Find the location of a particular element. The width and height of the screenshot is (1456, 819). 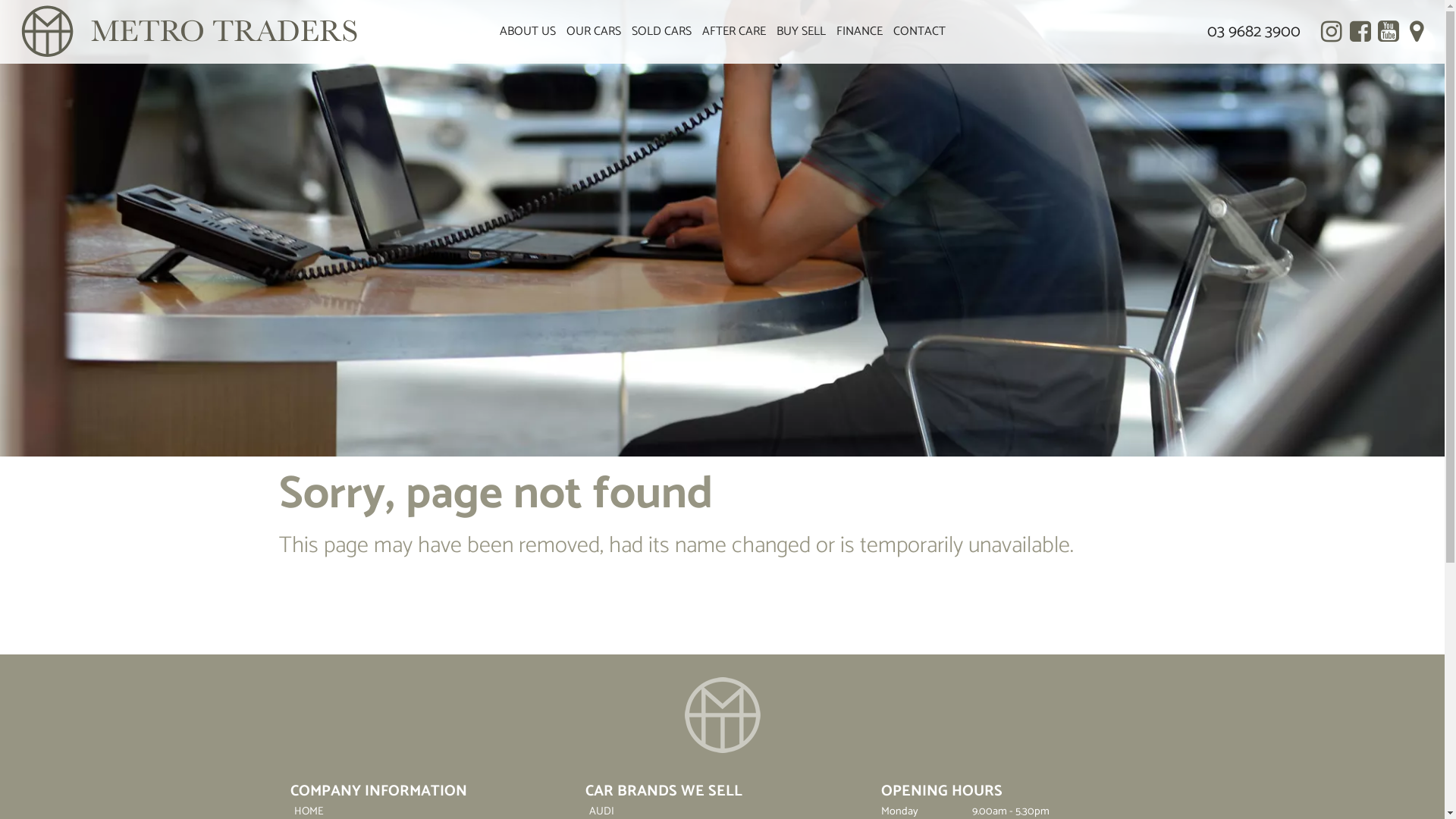

'OUR CARS' is located at coordinates (592, 32).